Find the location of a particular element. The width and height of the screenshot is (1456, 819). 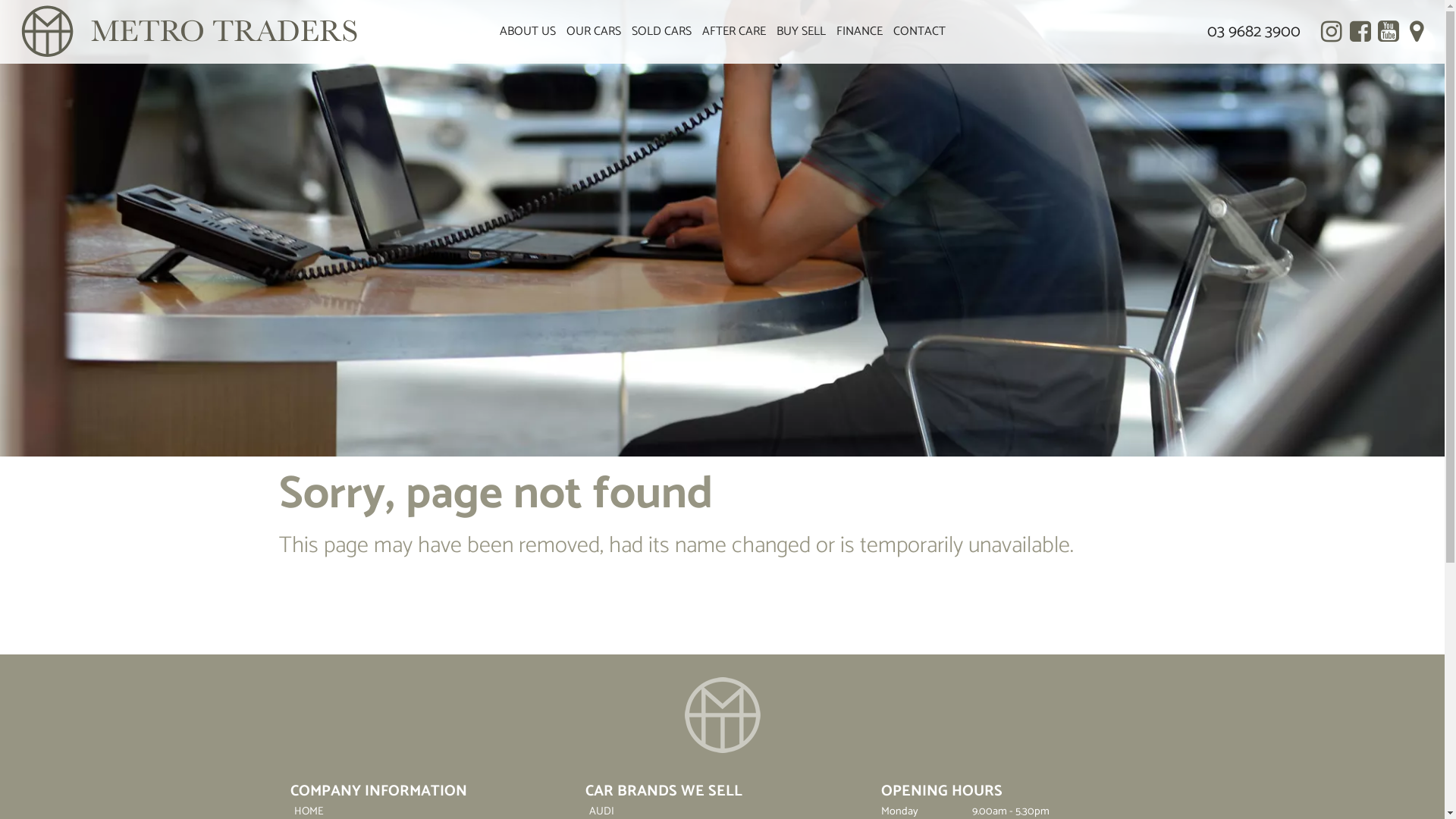

'OUR CARS' is located at coordinates (592, 32).